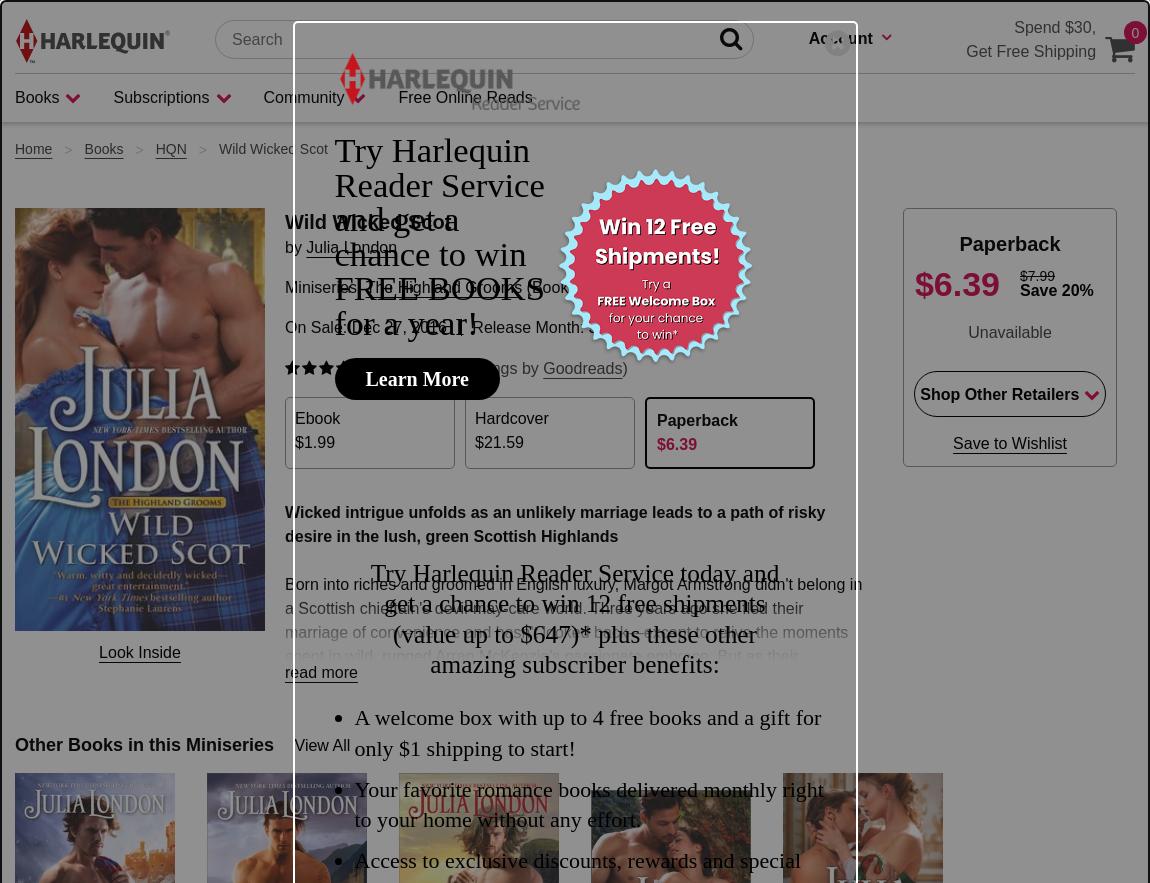 The height and width of the screenshot is (883, 1150). What do you see at coordinates (438, 288) in the screenshot?
I see `'FREE BOOKS'` at bounding box center [438, 288].